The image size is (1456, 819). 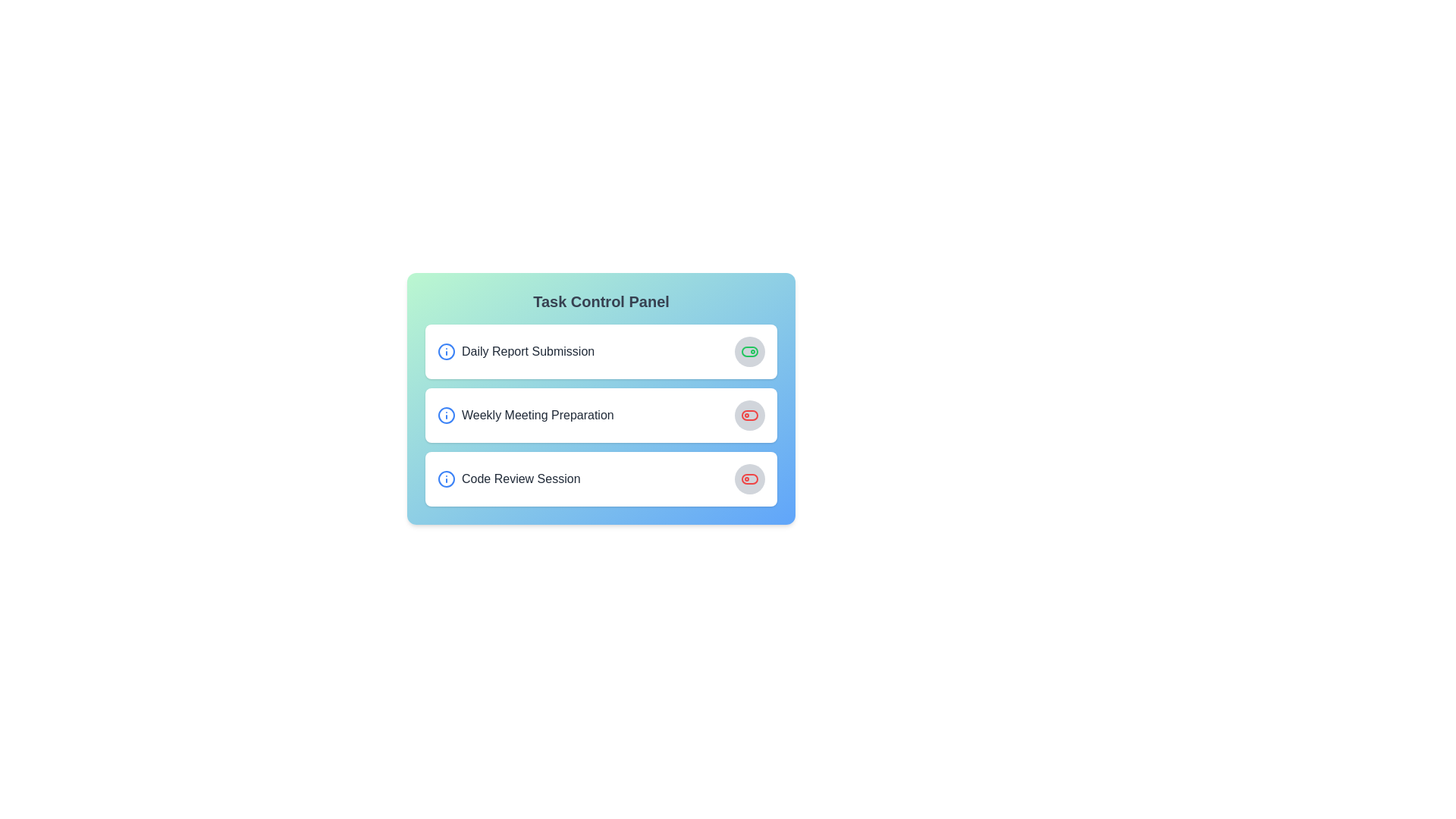 I want to click on the toggle switch on the 'Weekly Meeting Preparation' task card located in the central Task Control Panel, so click(x=600, y=397).